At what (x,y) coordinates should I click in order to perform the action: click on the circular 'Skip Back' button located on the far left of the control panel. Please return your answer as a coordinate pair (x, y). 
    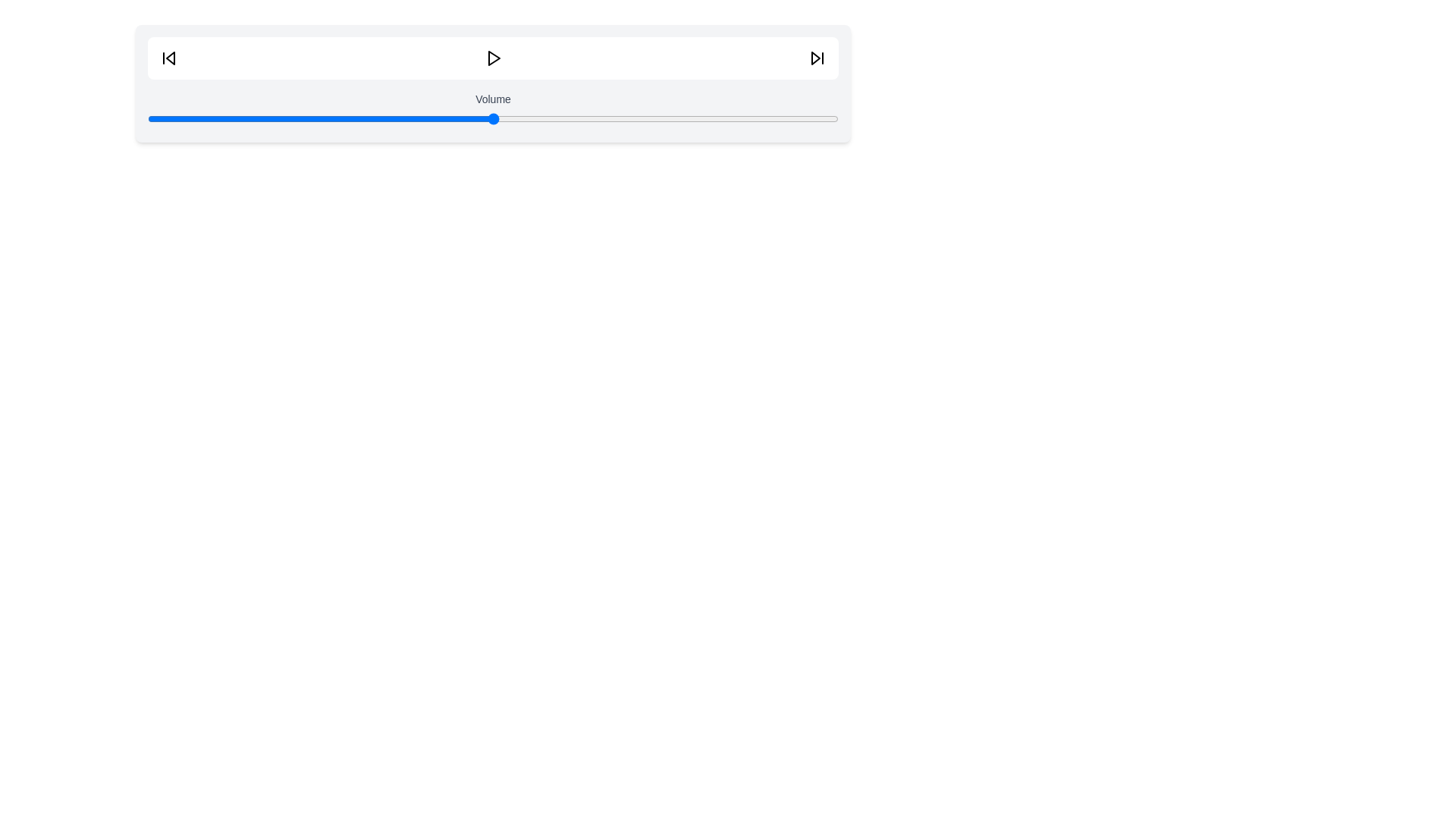
    Looking at the image, I should click on (168, 58).